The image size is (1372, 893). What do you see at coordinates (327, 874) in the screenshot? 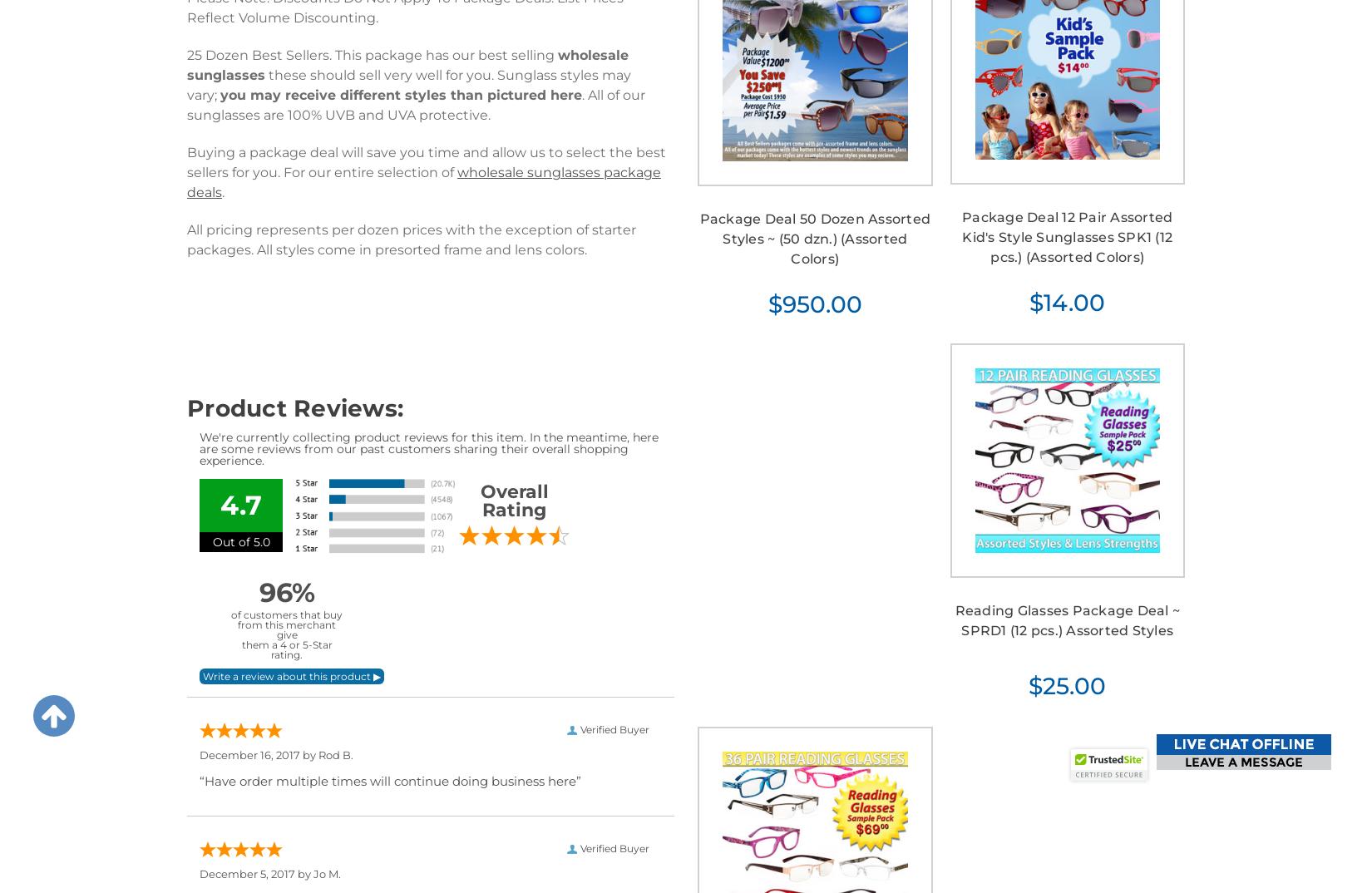
I see `'Jo M.'` at bounding box center [327, 874].